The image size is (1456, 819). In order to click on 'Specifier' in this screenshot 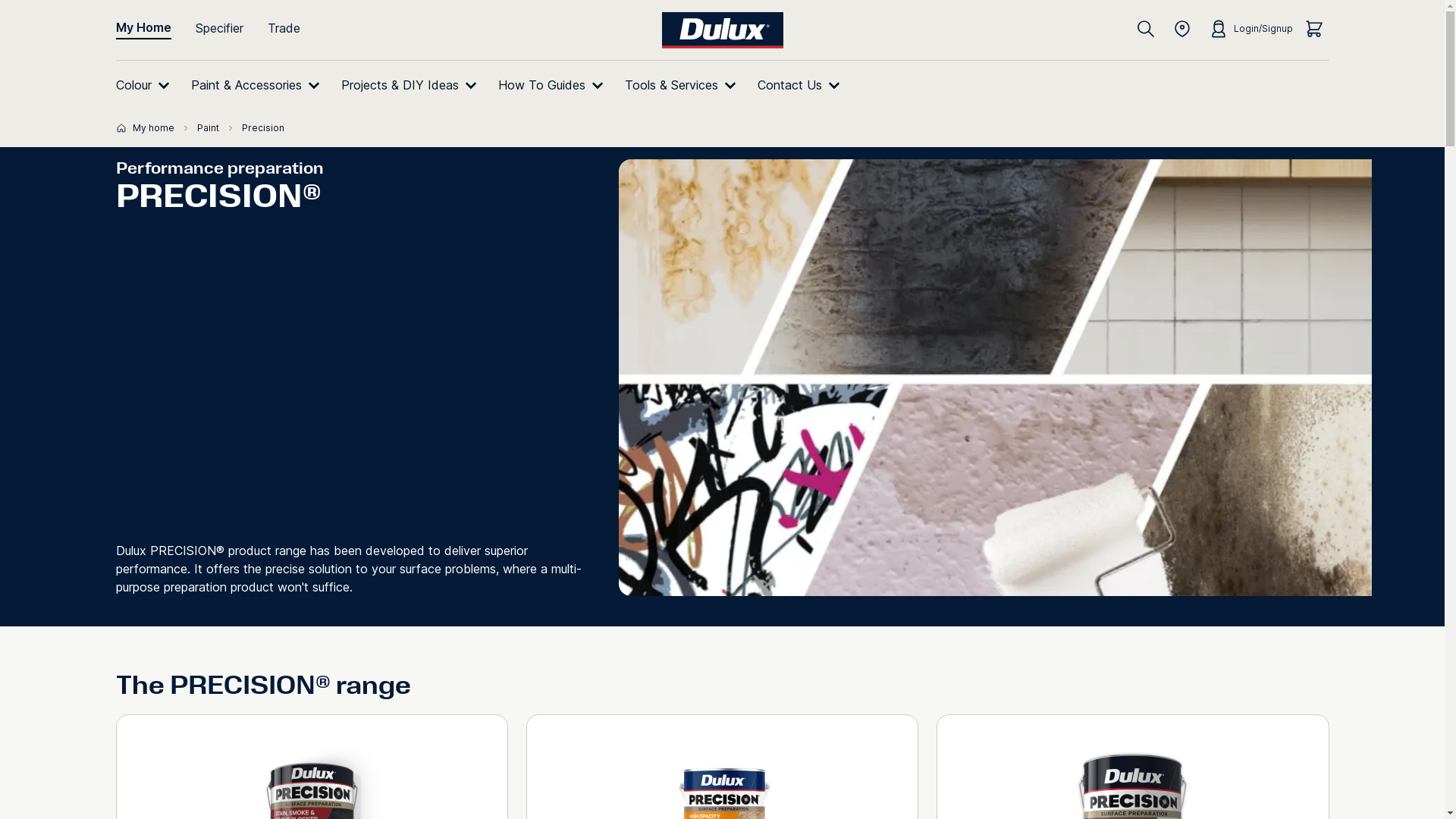, I will do `click(231, 28)`.